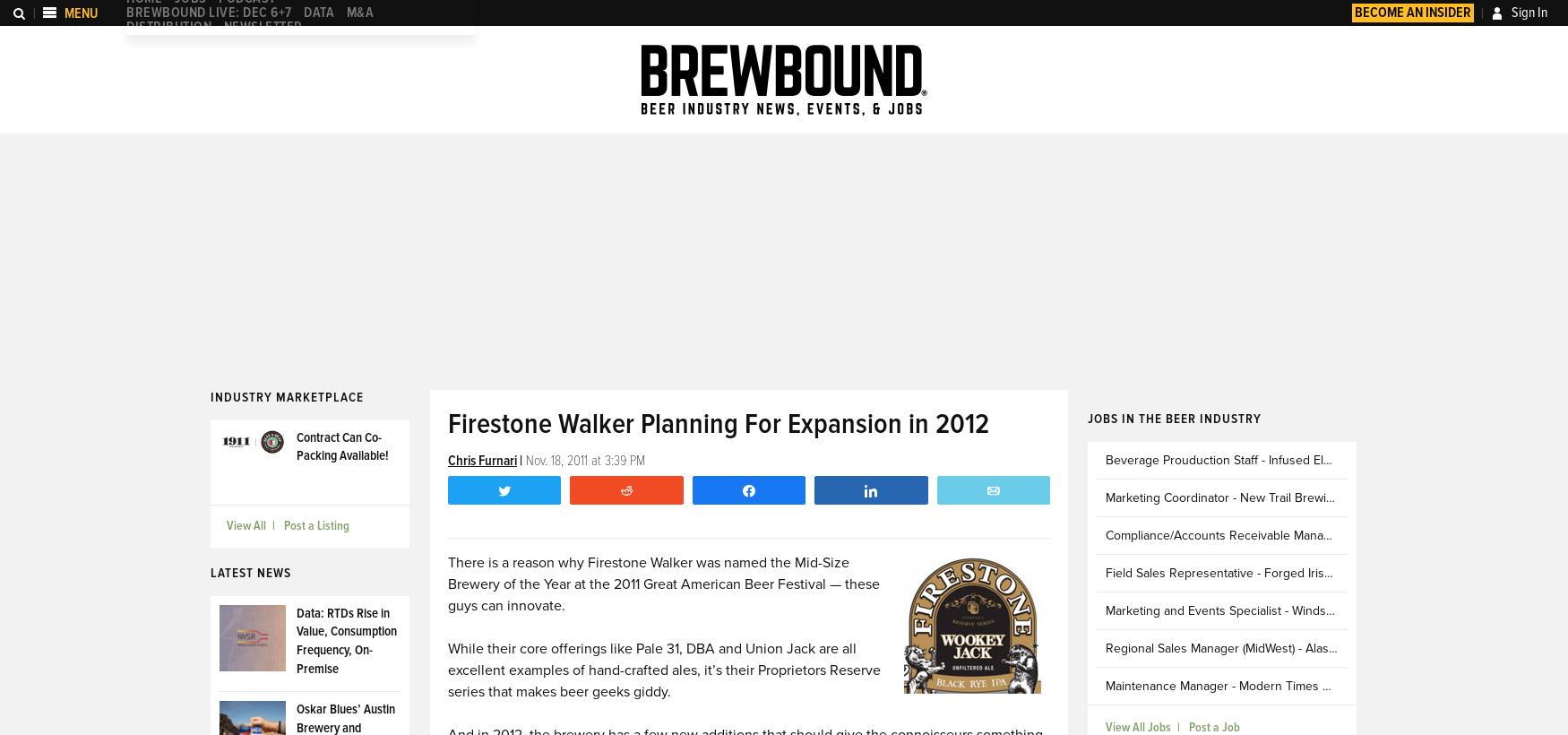 This screenshot has height=735, width=1568. What do you see at coordinates (1354, 12) in the screenshot?
I see `'Become an Insider'` at bounding box center [1354, 12].